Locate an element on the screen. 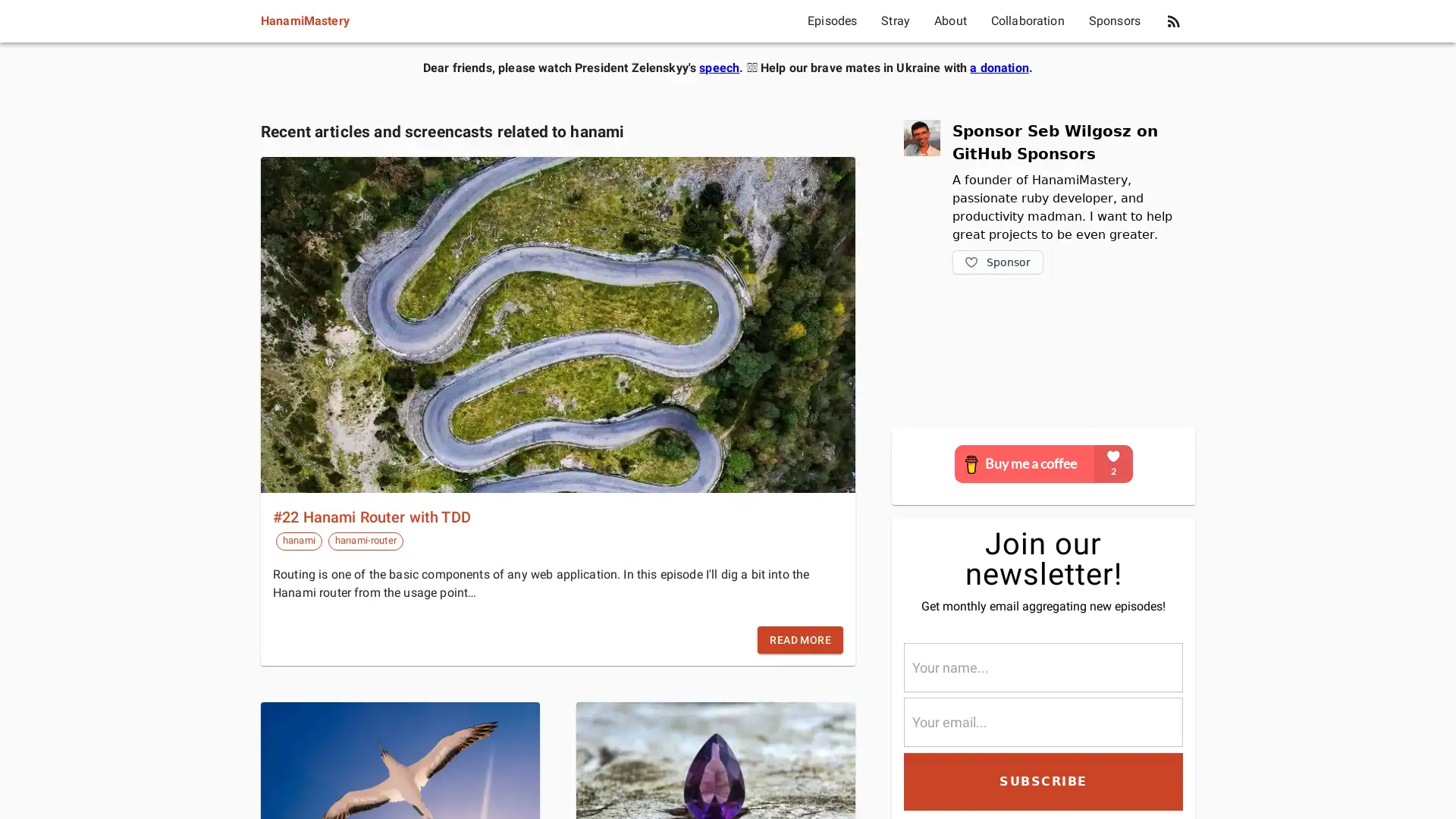  hanami-router is located at coordinates (365, 540).